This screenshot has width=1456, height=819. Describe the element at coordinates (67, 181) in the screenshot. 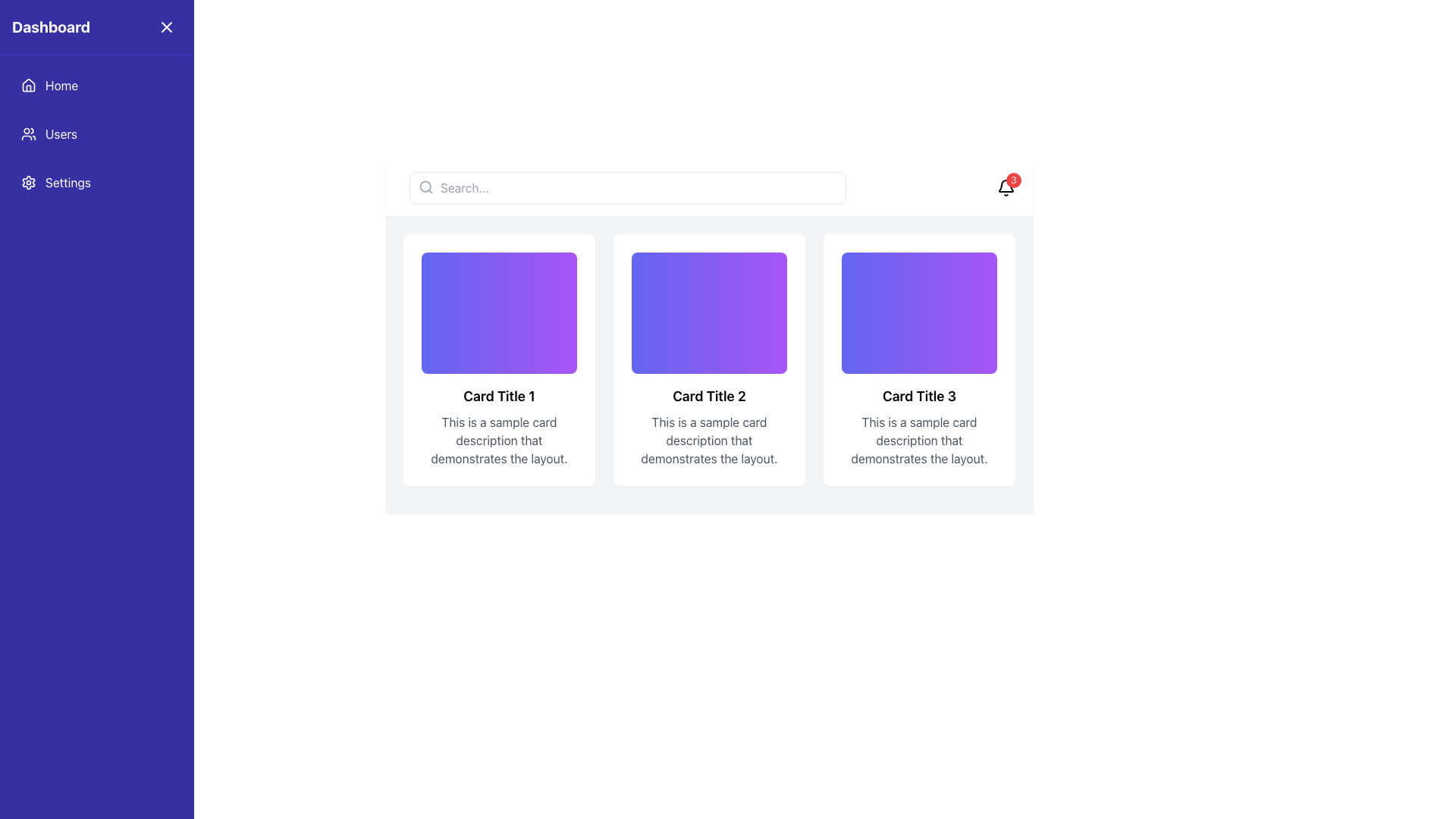

I see `'Settings' navigation label located in the left navigation bar, third below 'Home' and 'Users', with its icon aligned to the left` at that location.